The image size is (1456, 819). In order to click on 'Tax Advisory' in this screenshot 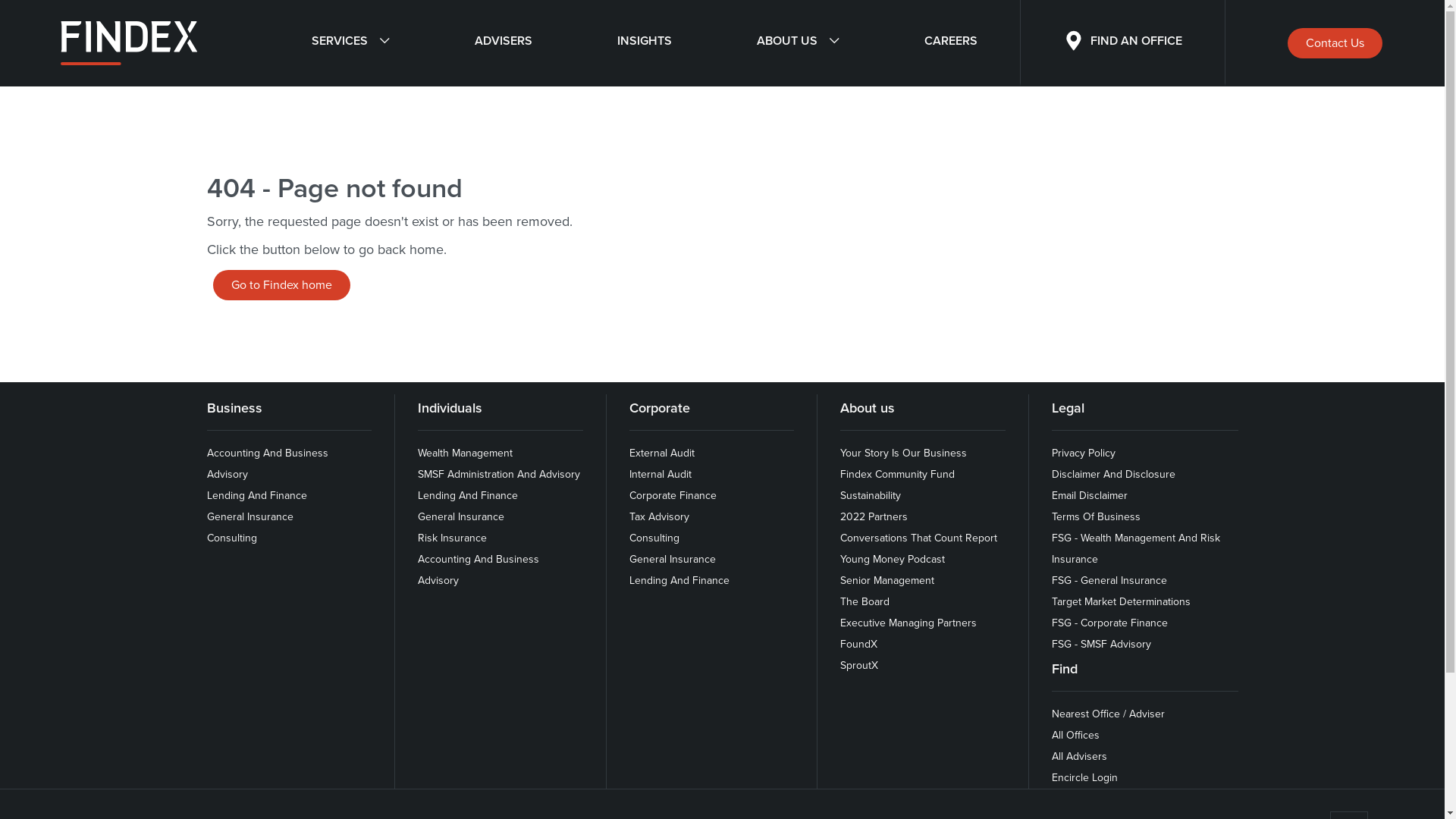, I will do `click(659, 516)`.